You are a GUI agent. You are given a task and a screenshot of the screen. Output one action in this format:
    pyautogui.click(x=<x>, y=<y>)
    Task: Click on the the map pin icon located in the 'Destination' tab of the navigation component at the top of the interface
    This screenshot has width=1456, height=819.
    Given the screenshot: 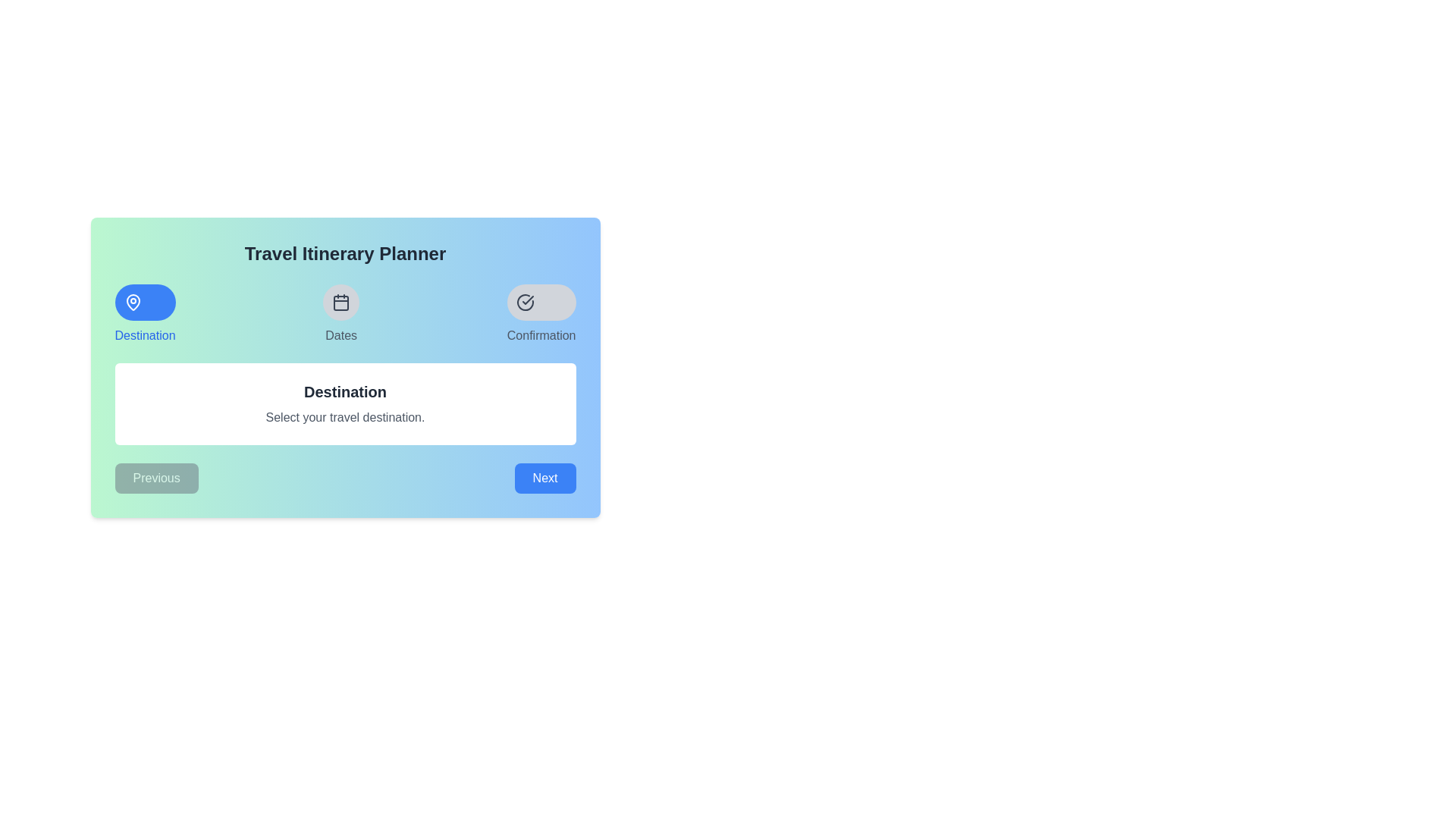 What is the action you would take?
    pyautogui.click(x=133, y=302)
    